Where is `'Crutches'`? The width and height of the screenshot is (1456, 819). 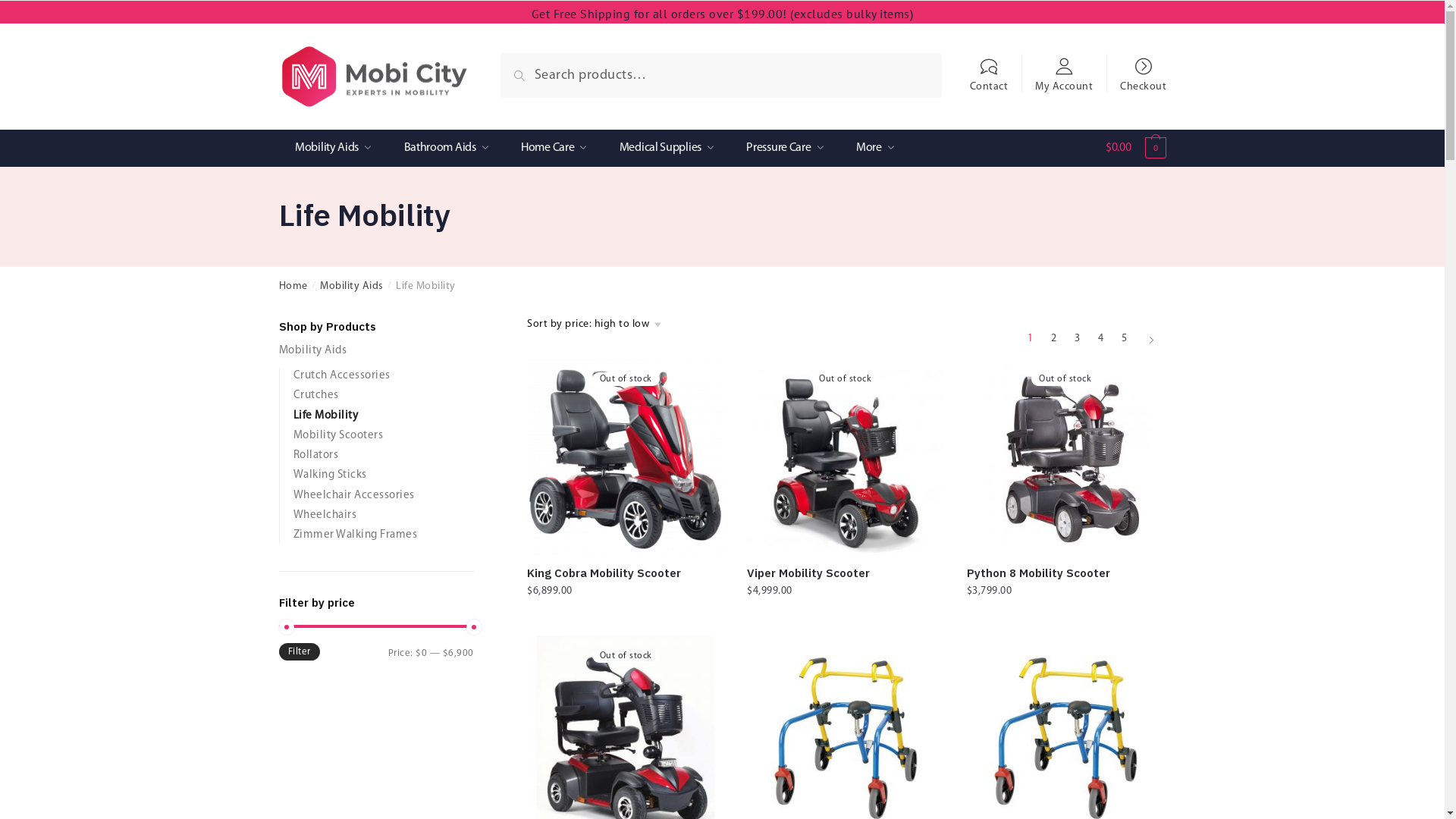
'Crutches' is located at coordinates (292, 394).